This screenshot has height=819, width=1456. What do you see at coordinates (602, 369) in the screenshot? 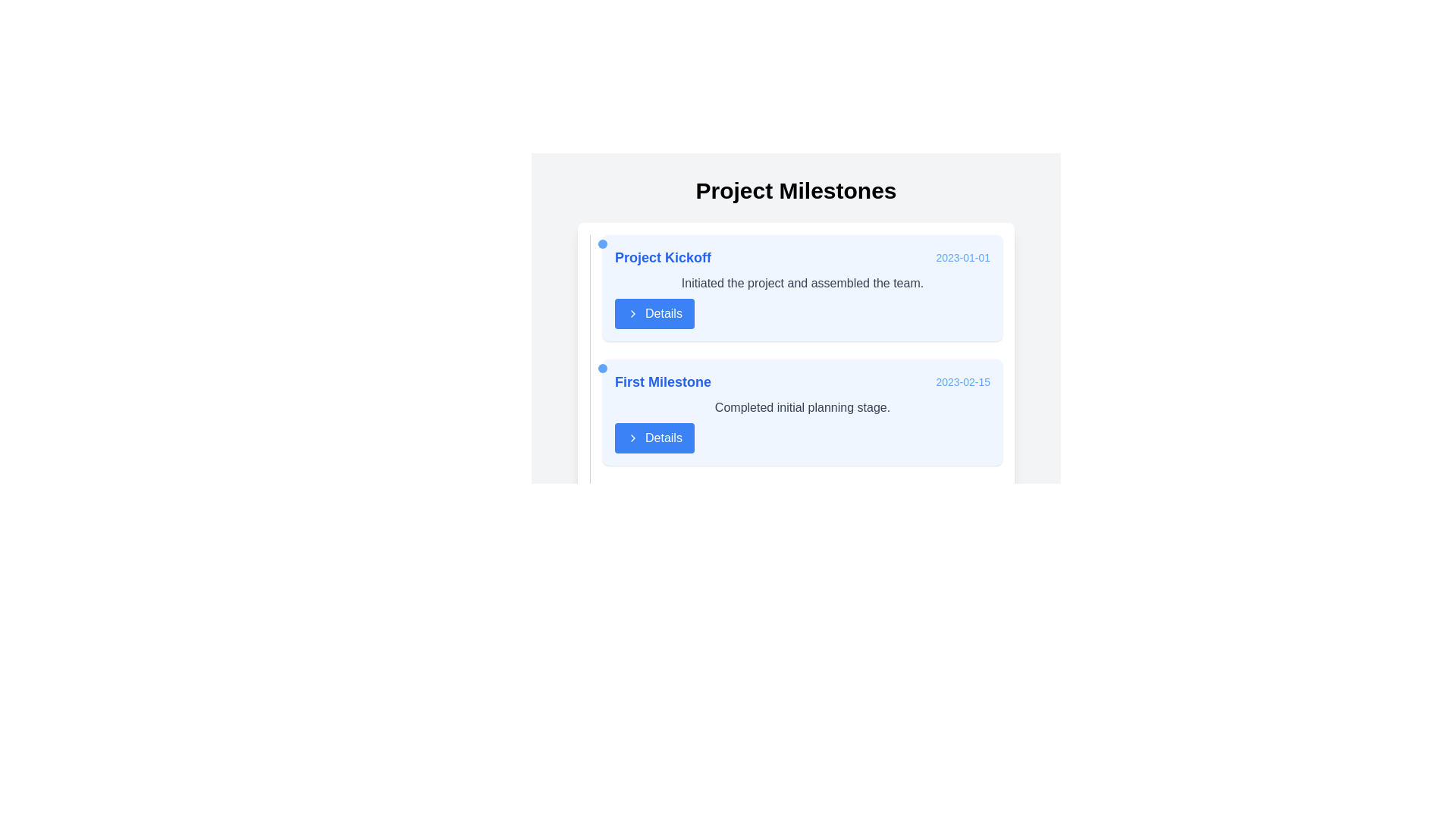
I see `the small blue circular dot indicator located to the left of the 'First Milestone' heading in the 'Project Milestones' section` at bounding box center [602, 369].